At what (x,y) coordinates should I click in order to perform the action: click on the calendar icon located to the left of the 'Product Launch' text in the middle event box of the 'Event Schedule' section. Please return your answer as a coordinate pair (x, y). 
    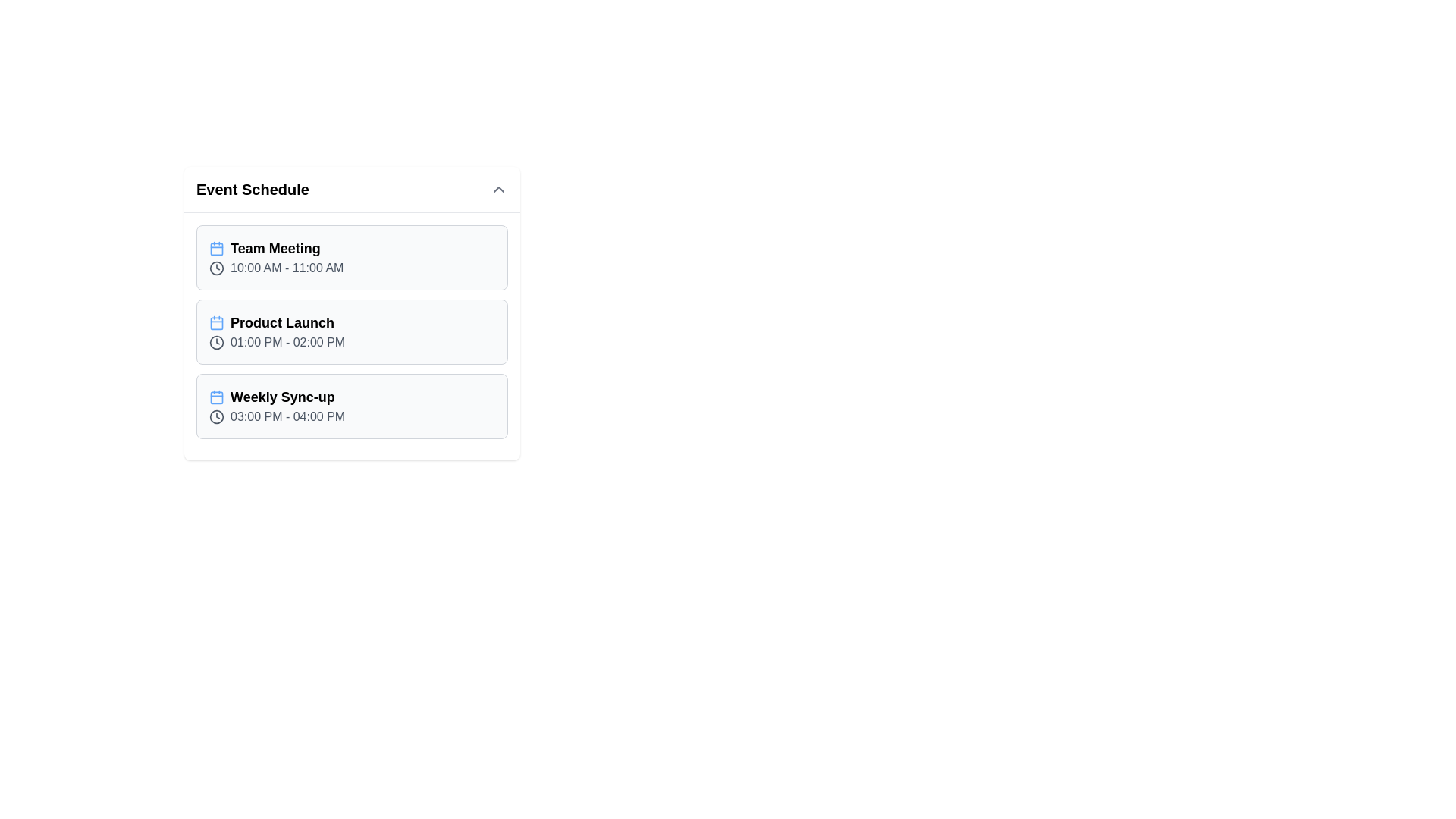
    Looking at the image, I should click on (216, 322).